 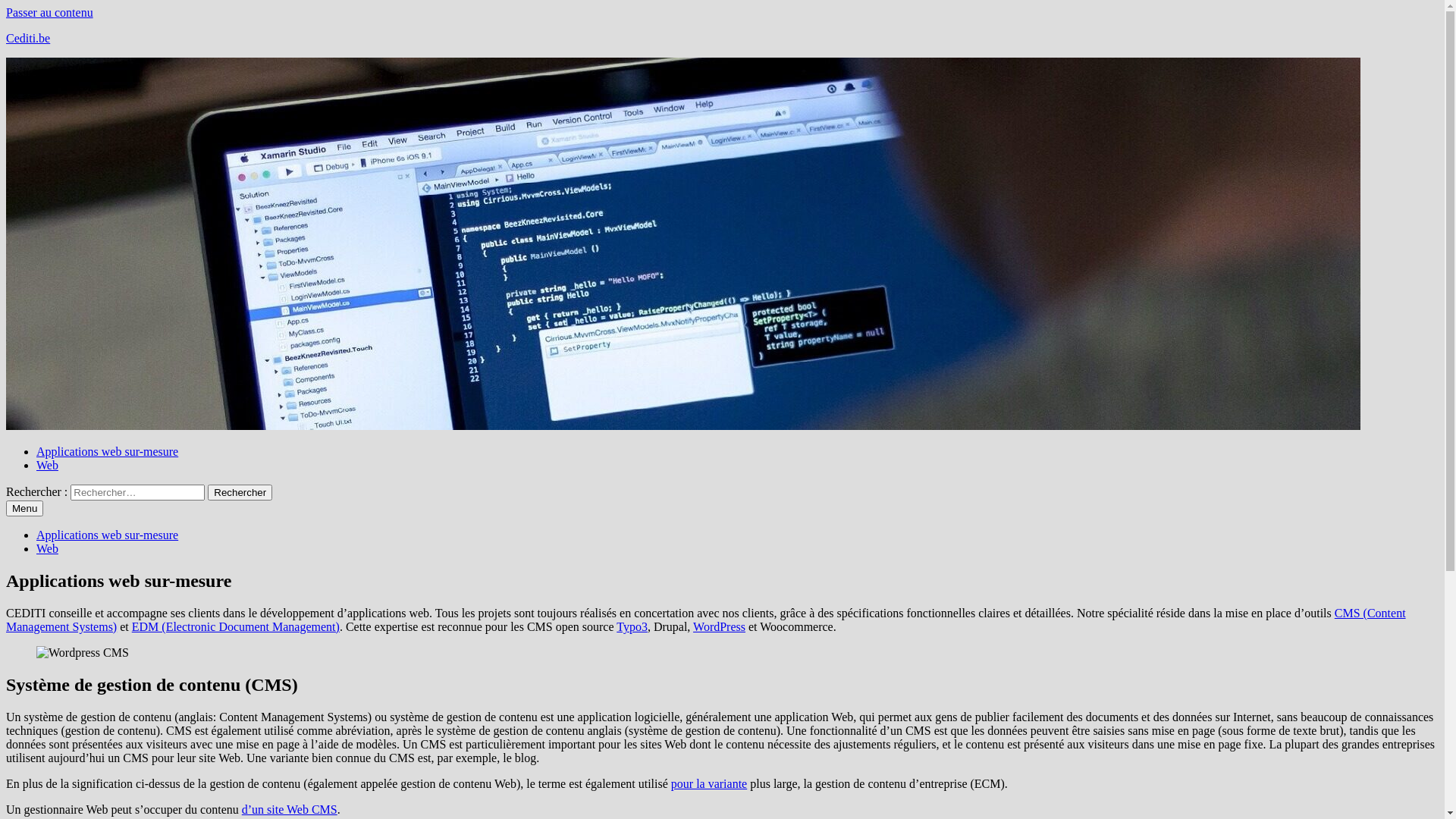 I want to click on 'WordPress', so click(x=718, y=626).